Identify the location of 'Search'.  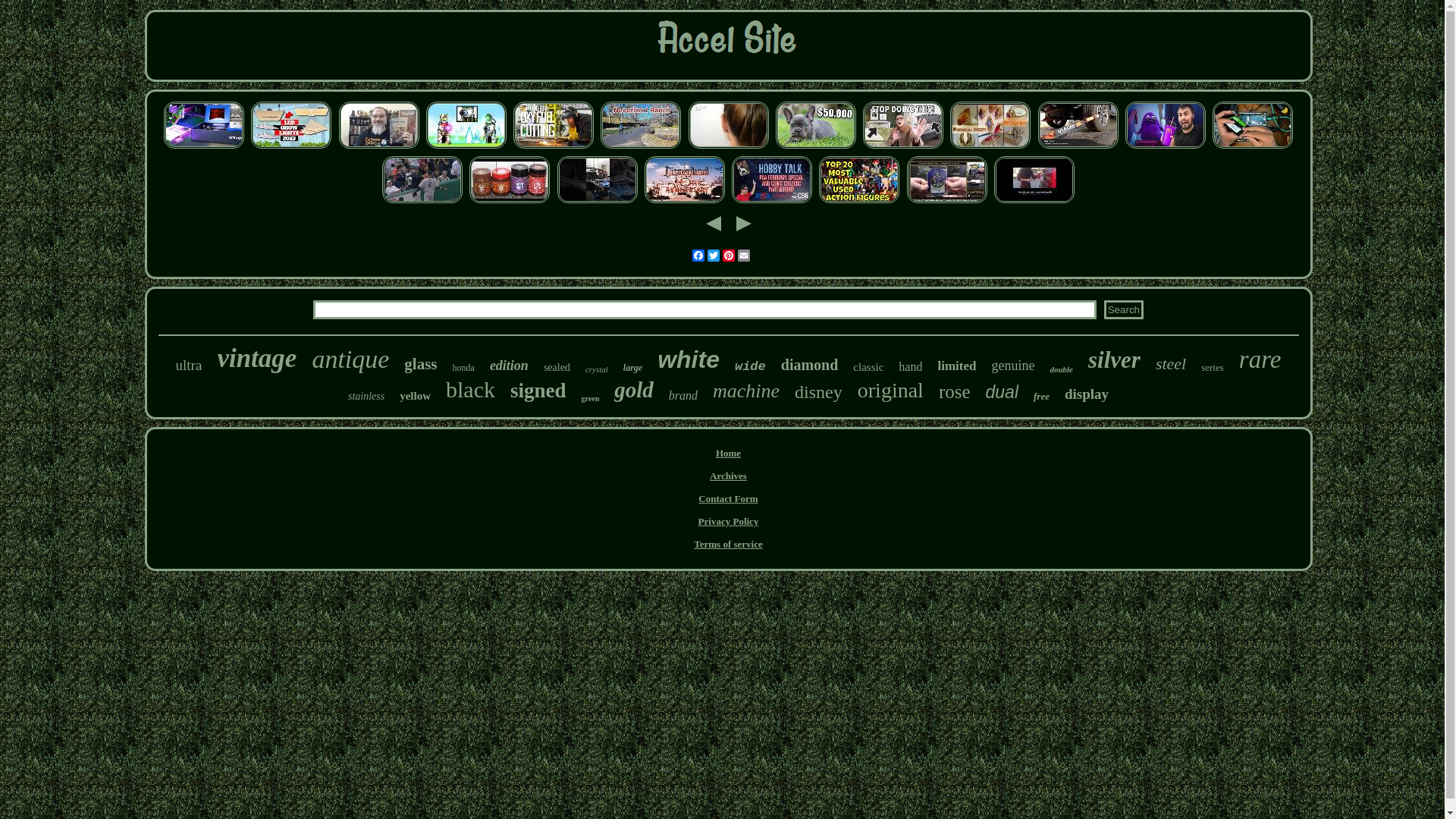
(1124, 309).